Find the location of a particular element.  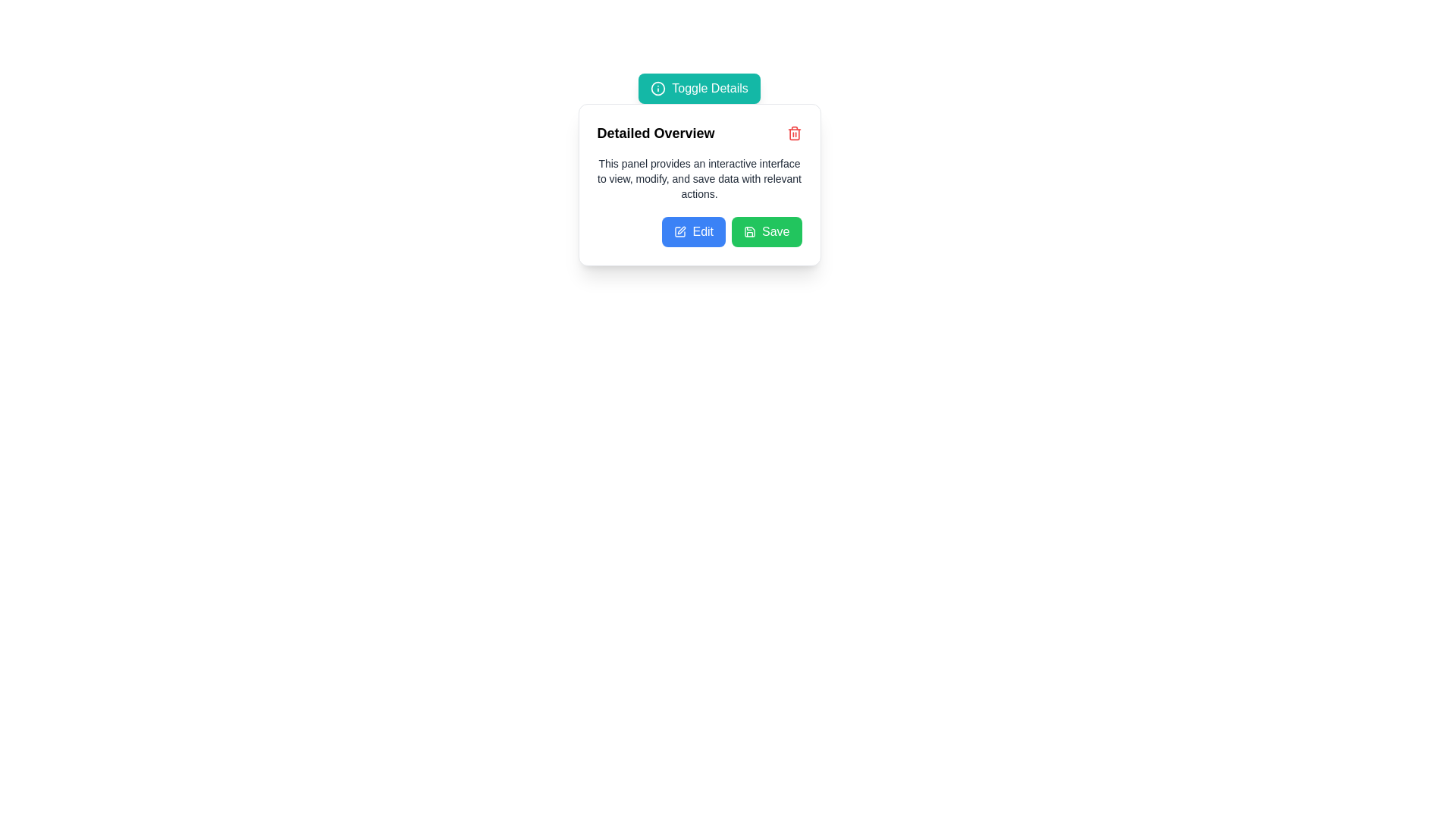

the teal rectangular button with rounded edges labeled 'Toggle Details' is located at coordinates (698, 88).